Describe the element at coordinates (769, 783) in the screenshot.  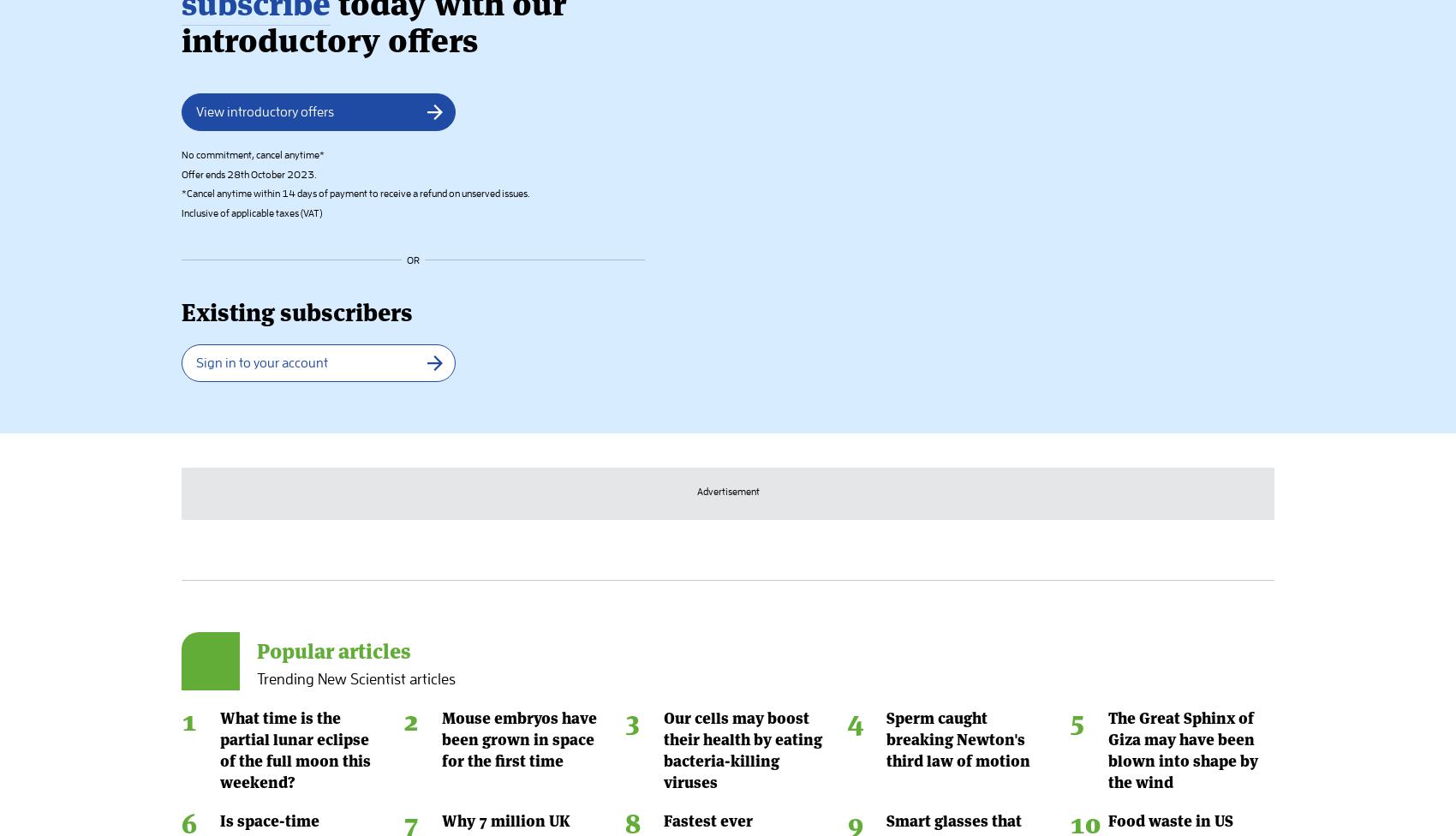
I see `'Write for us'` at that location.